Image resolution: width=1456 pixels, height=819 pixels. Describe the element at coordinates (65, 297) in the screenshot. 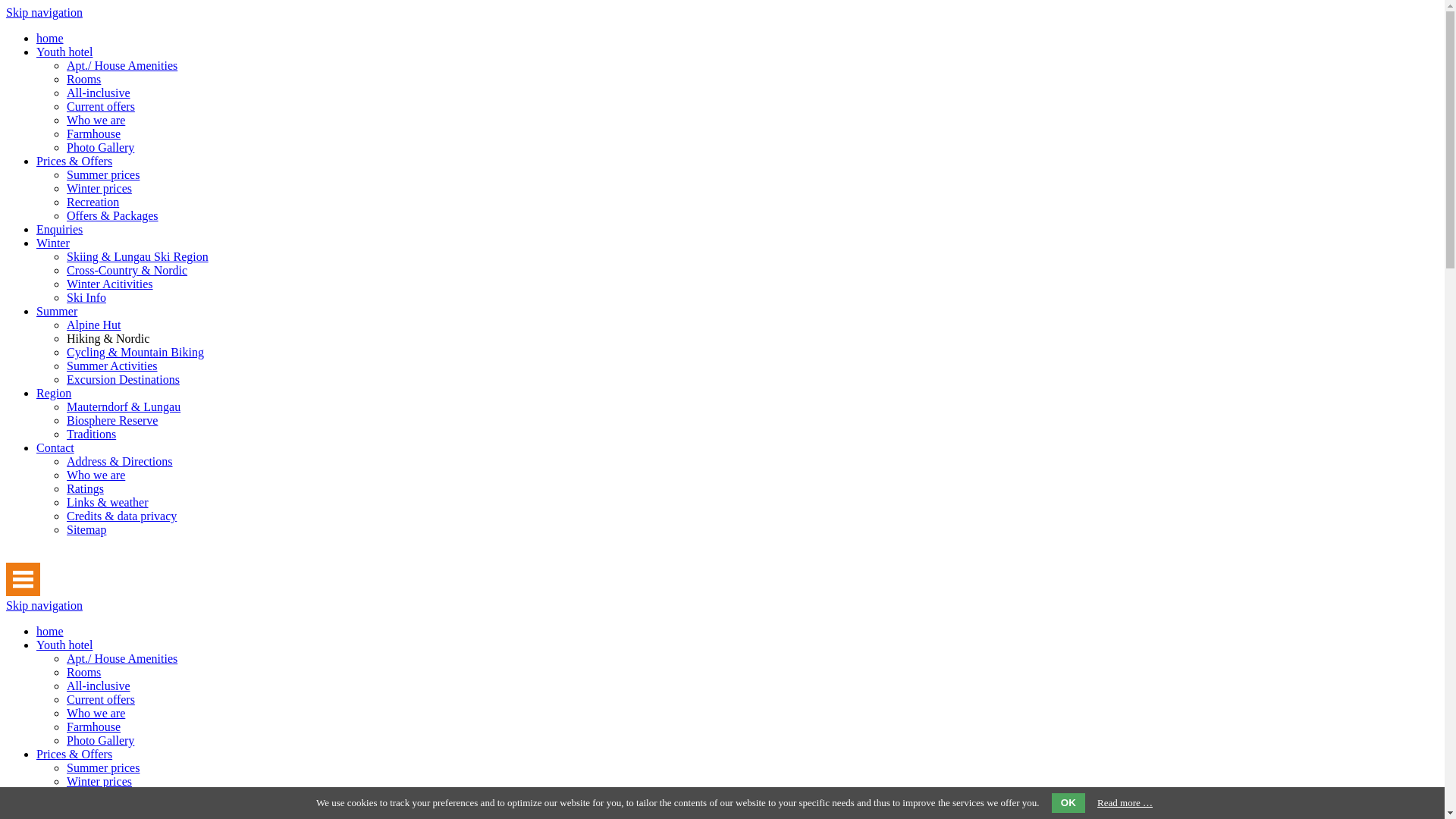

I see `'Ski Info'` at that location.